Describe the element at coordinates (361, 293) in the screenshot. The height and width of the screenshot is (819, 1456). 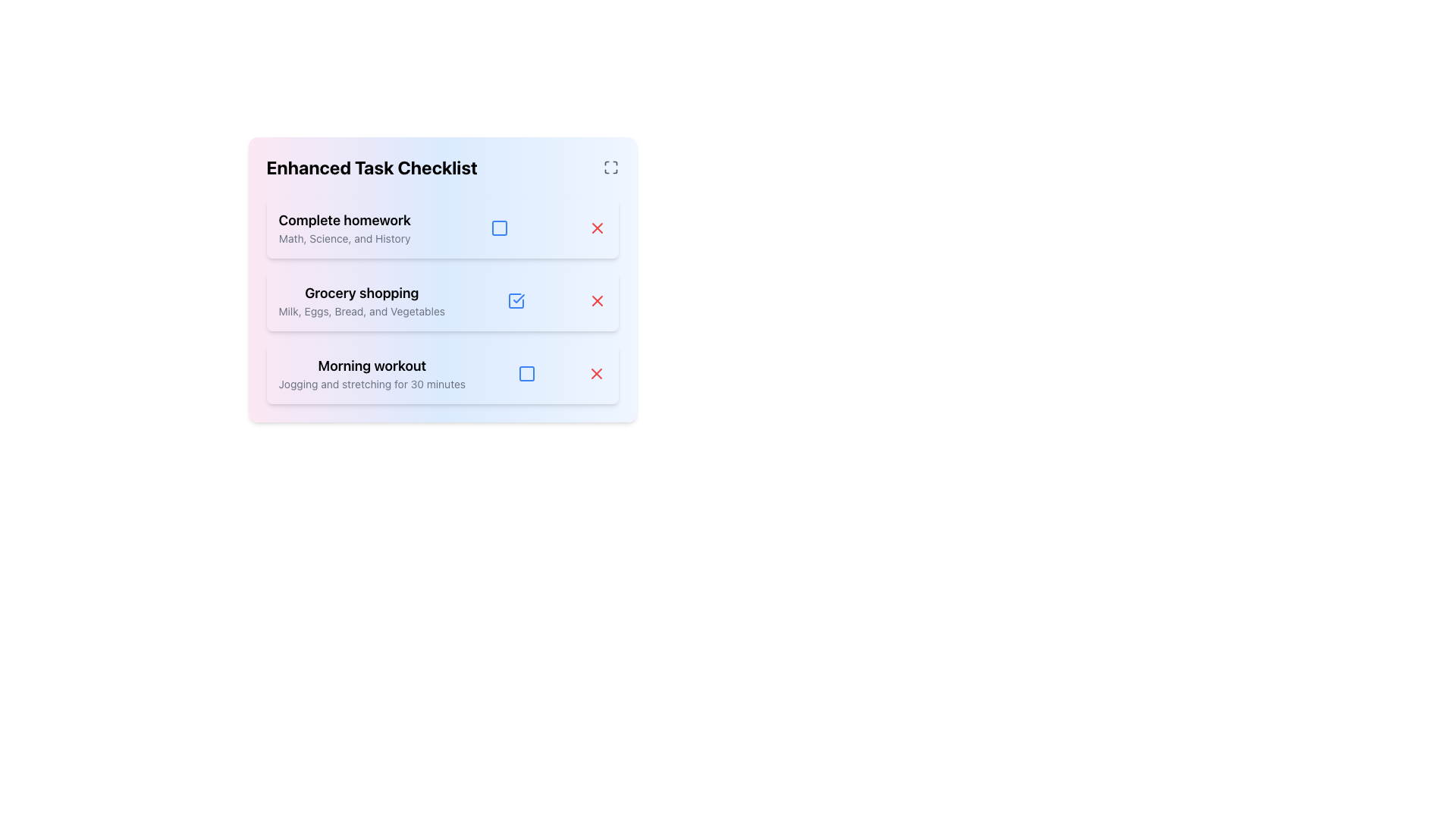
I see `the 'Grocery shopping' text label, which is styled with a bolded and larger font, located in the middle section of the checklist card between 'Complete homework' and 'Morning workout'` at that location.